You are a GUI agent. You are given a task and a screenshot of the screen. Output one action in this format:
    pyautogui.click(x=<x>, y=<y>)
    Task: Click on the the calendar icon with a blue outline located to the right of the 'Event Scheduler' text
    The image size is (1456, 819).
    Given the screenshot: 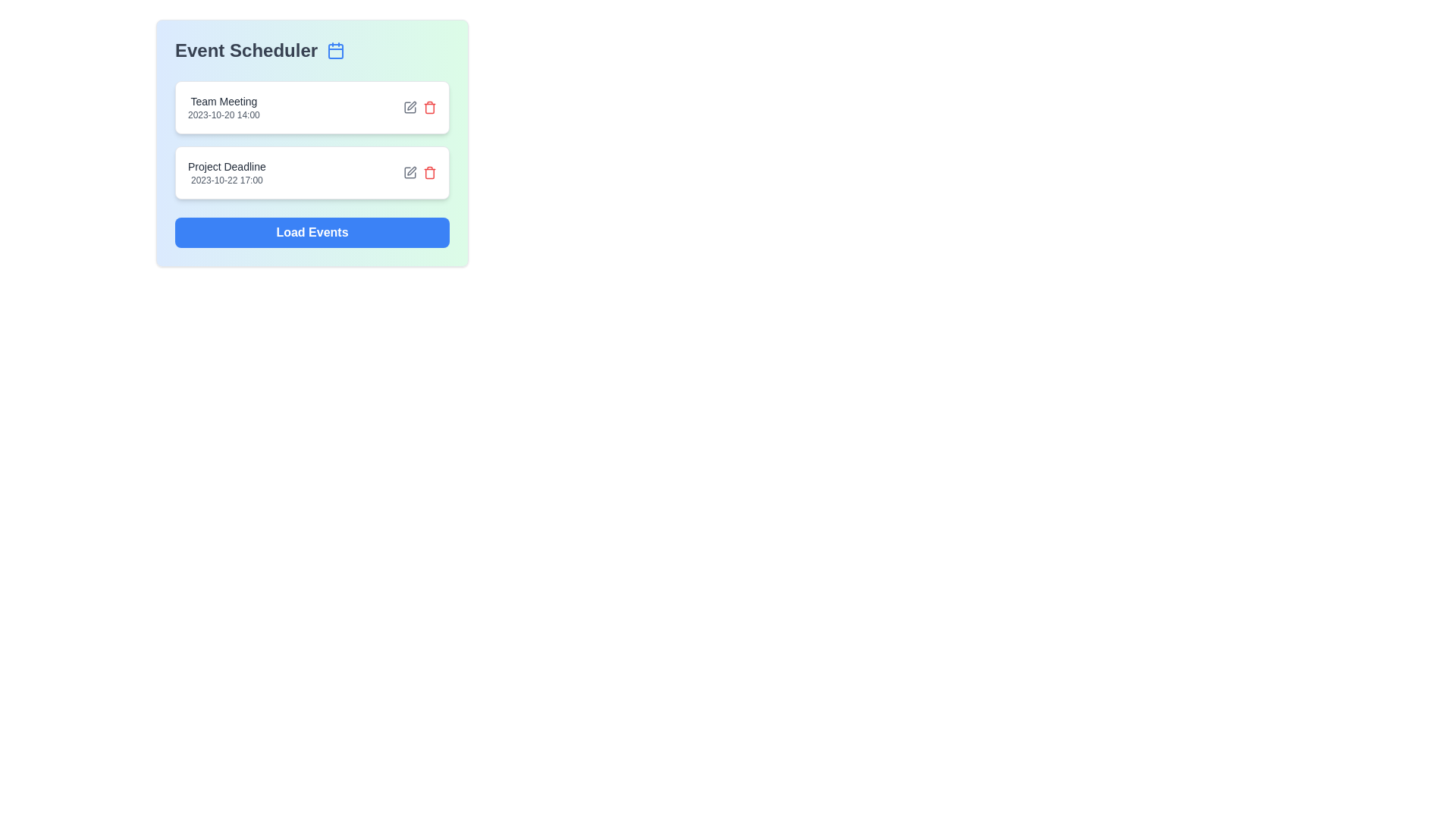 What is the action you would take?
    pyautogui.click(x=335, y=49)
    